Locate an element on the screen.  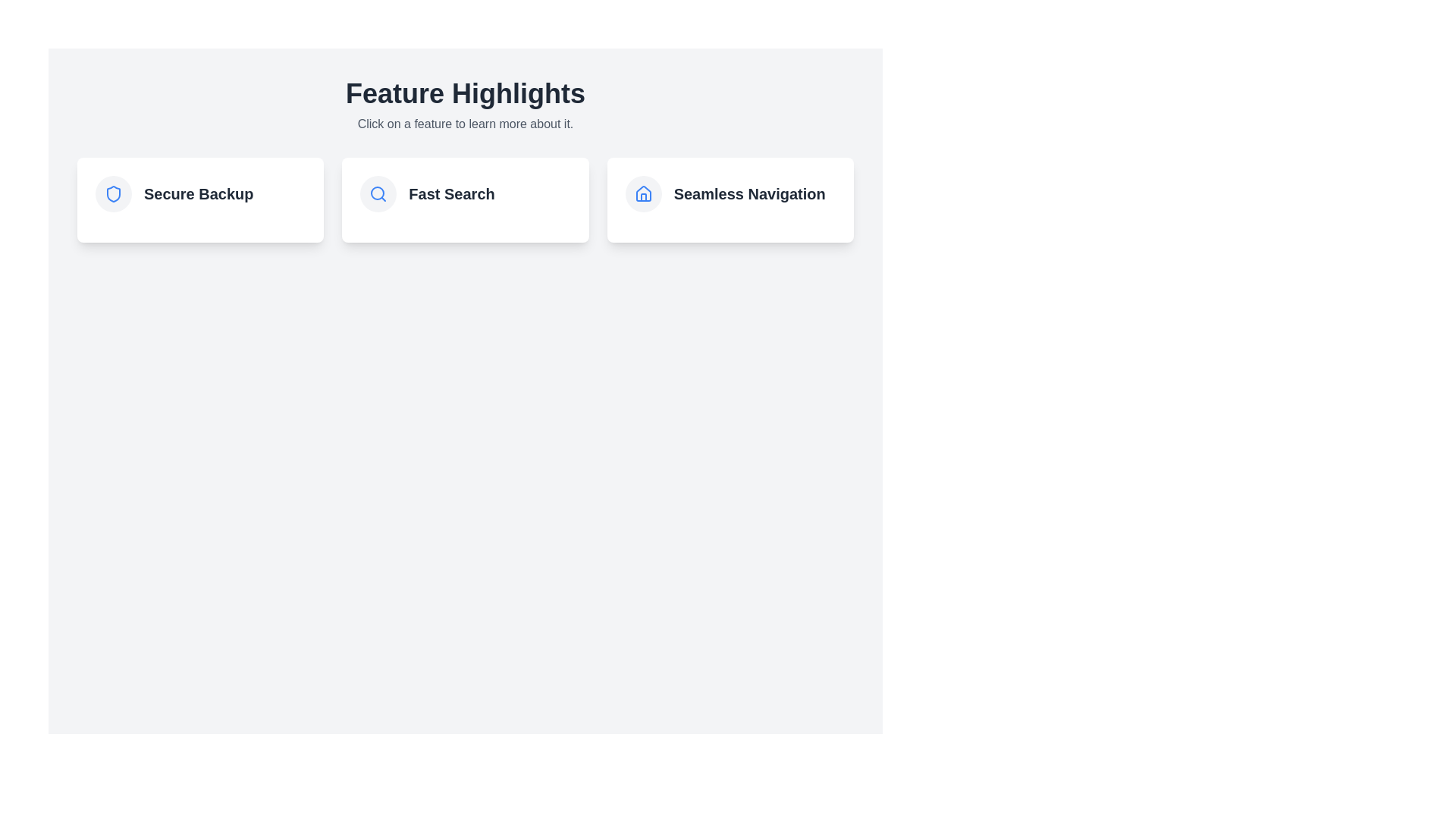
text content of the 'Fast Search' label located in the central card, which is to the right of the magnifying glass icon is located at coordinates (450, 193).